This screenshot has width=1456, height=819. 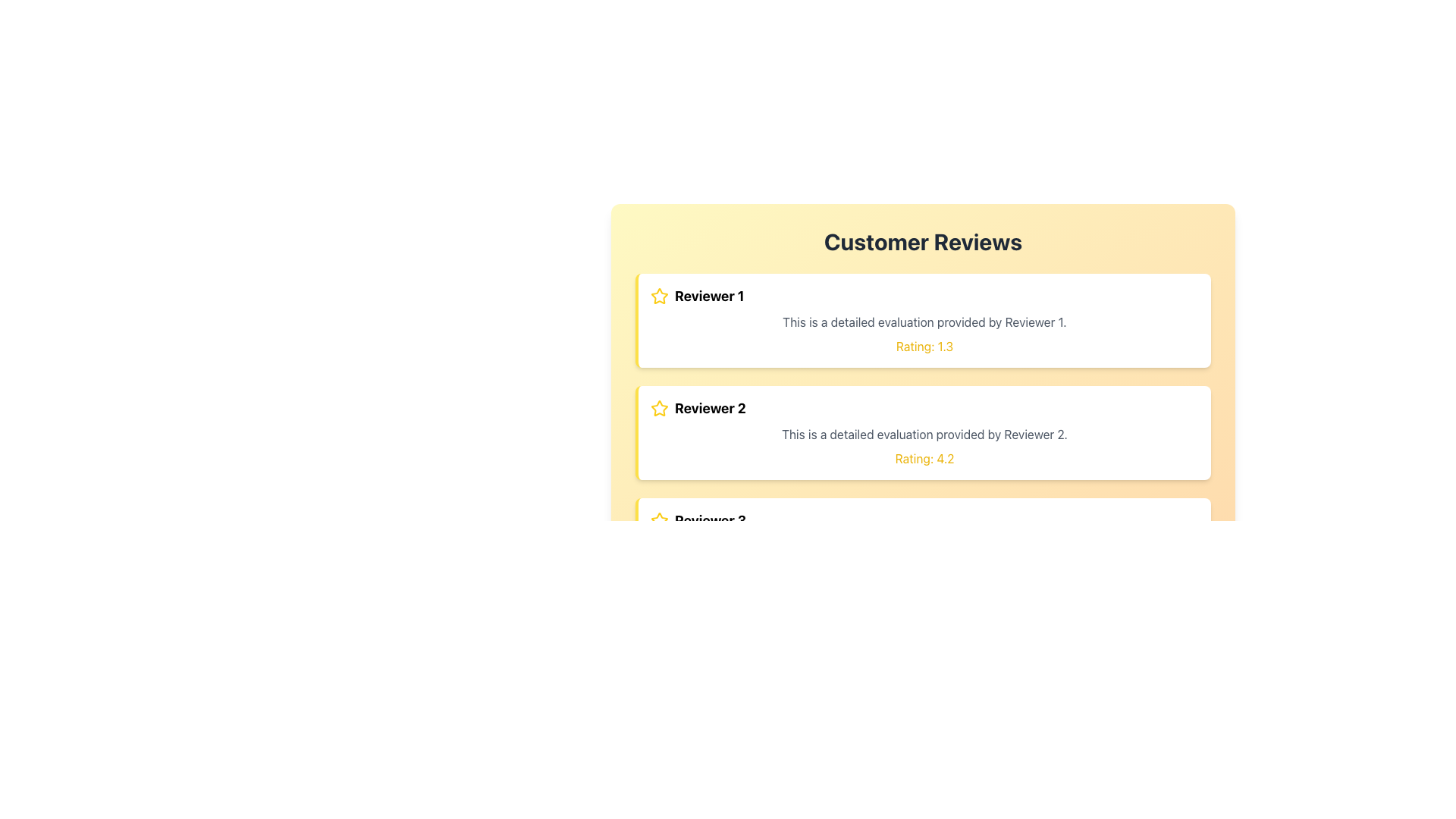 I want to click on attributes of the bold text label named 'Reviewer 3', which is prominently displayed in a larger font under the 'Customer Reviews' section, so click(x=710, y=519).